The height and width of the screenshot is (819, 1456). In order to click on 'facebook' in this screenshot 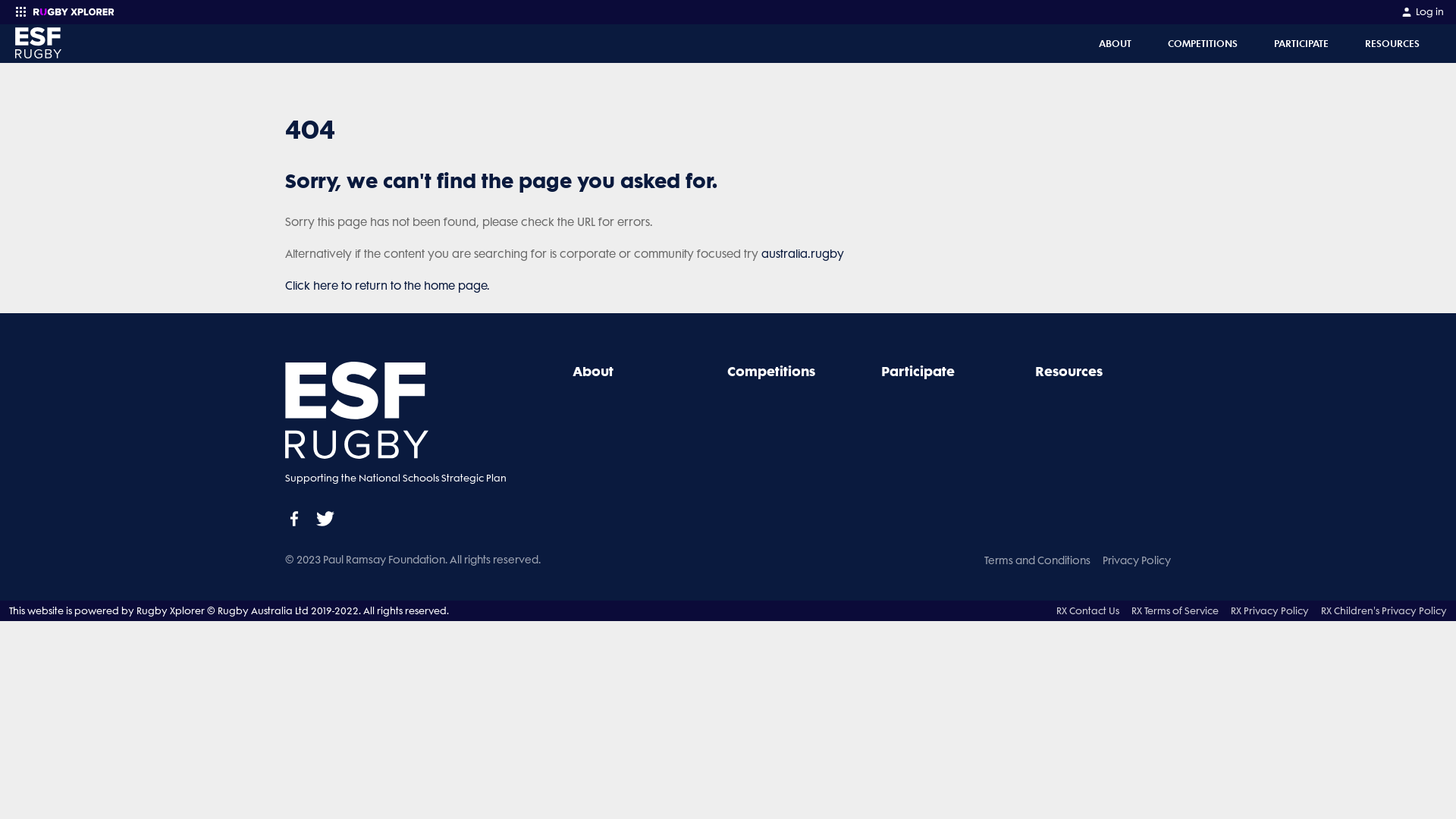, I will do `click(294, 517)`.